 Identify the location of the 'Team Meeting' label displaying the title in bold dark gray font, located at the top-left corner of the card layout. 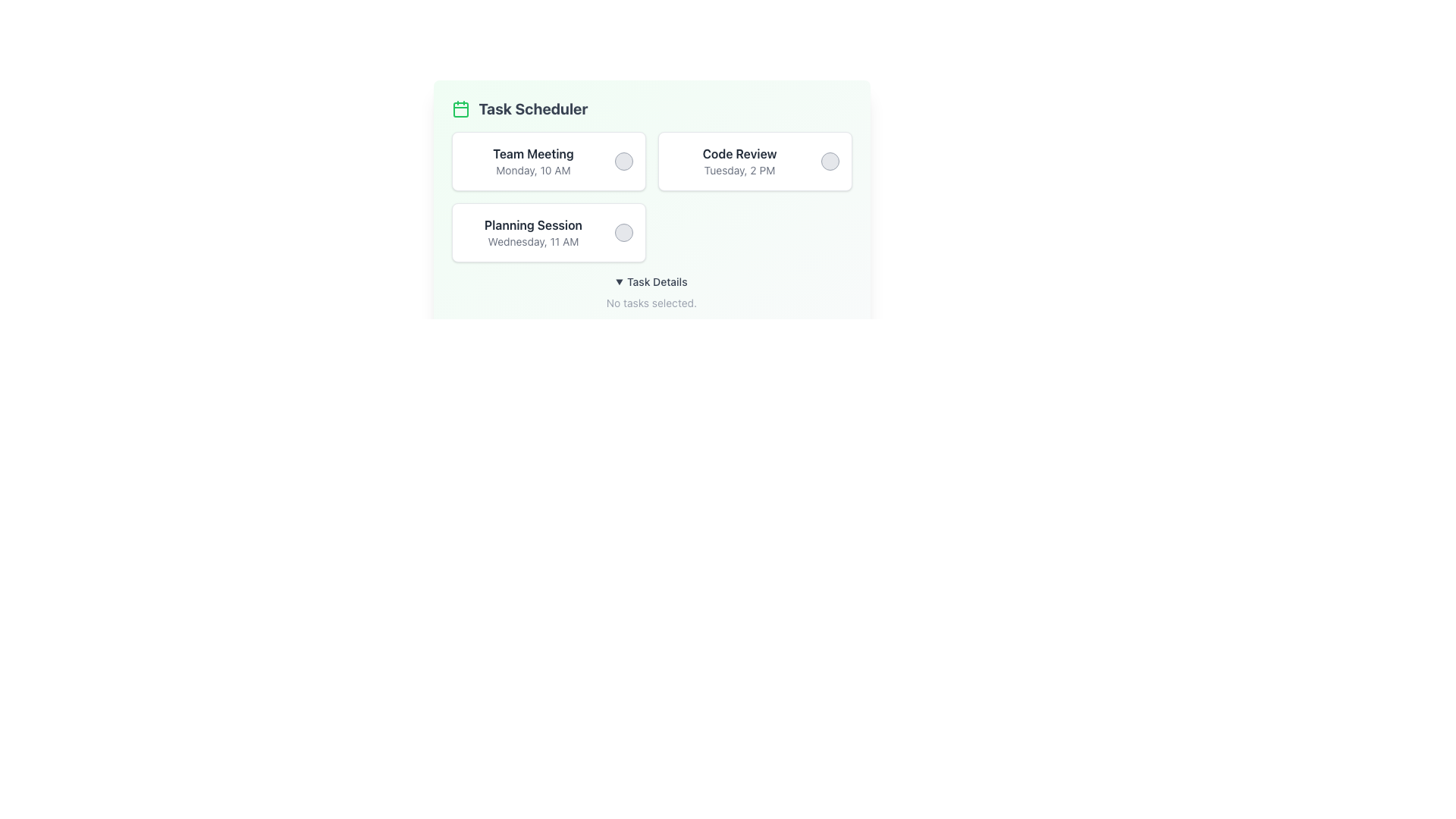
(533, 161).